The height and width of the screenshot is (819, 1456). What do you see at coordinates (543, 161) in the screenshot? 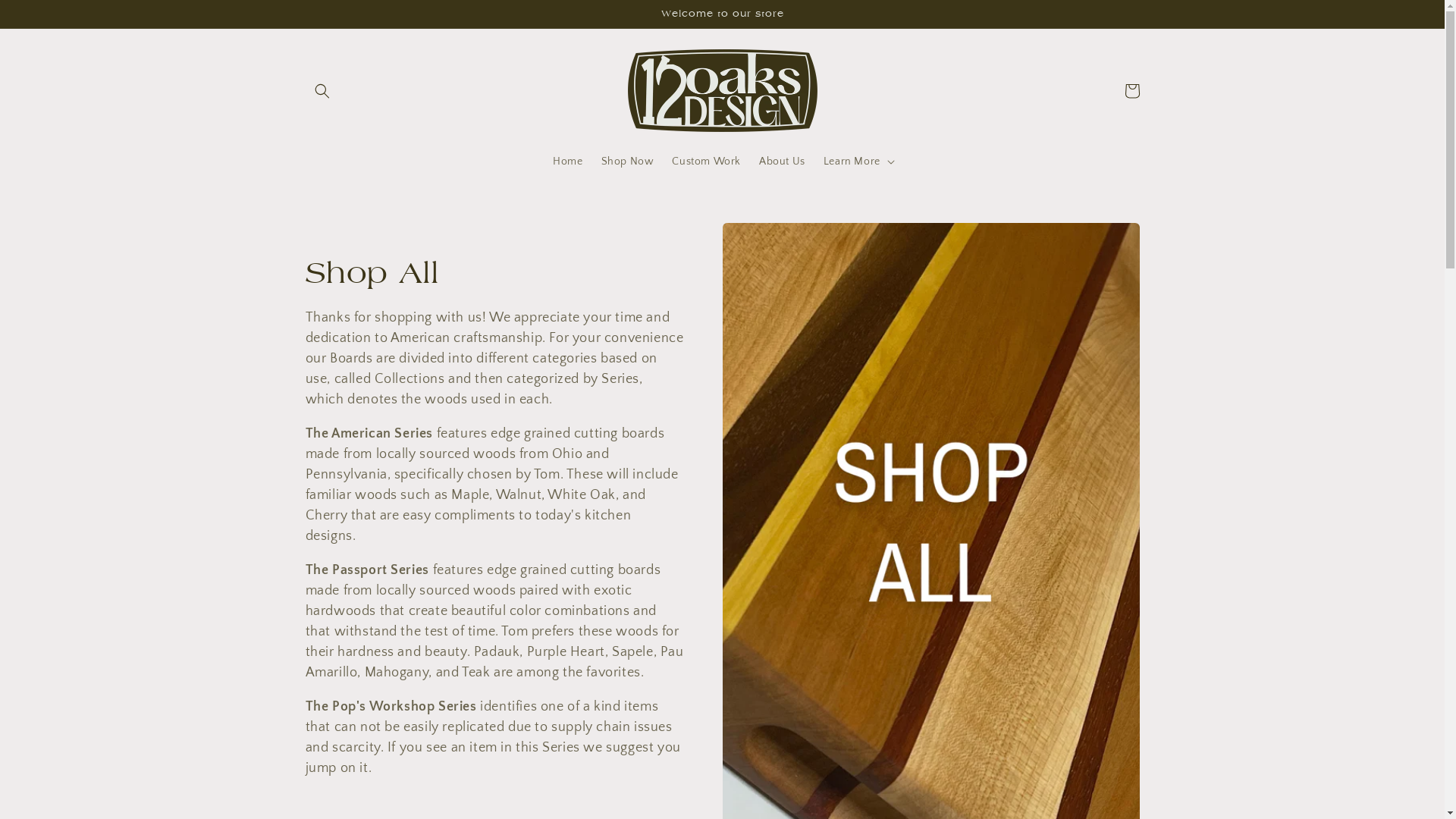
I see `'Home'` at bounding box center [543, 161].